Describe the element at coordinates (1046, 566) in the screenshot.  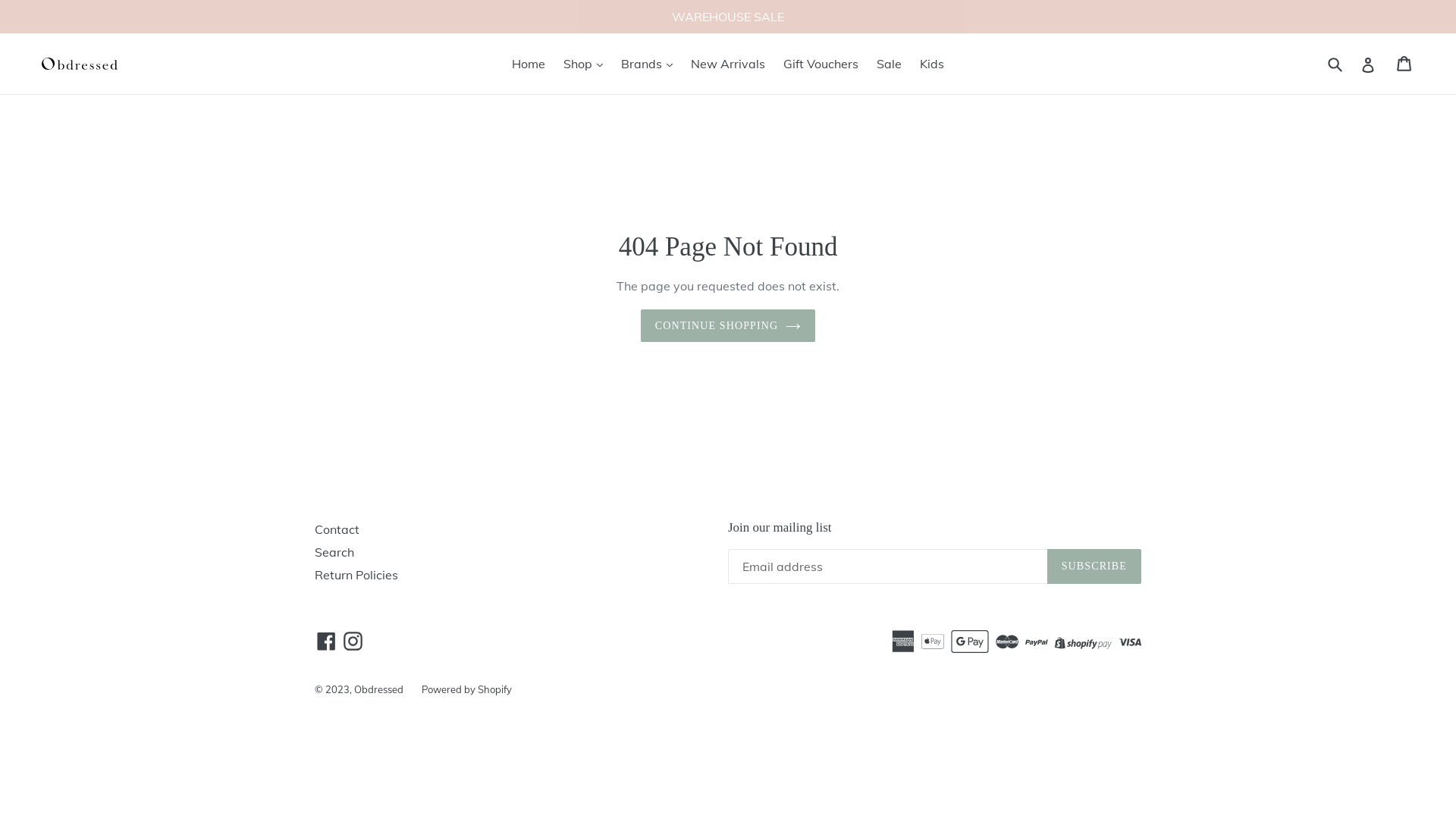
I see `'SUBSCRIBE'` at that location.